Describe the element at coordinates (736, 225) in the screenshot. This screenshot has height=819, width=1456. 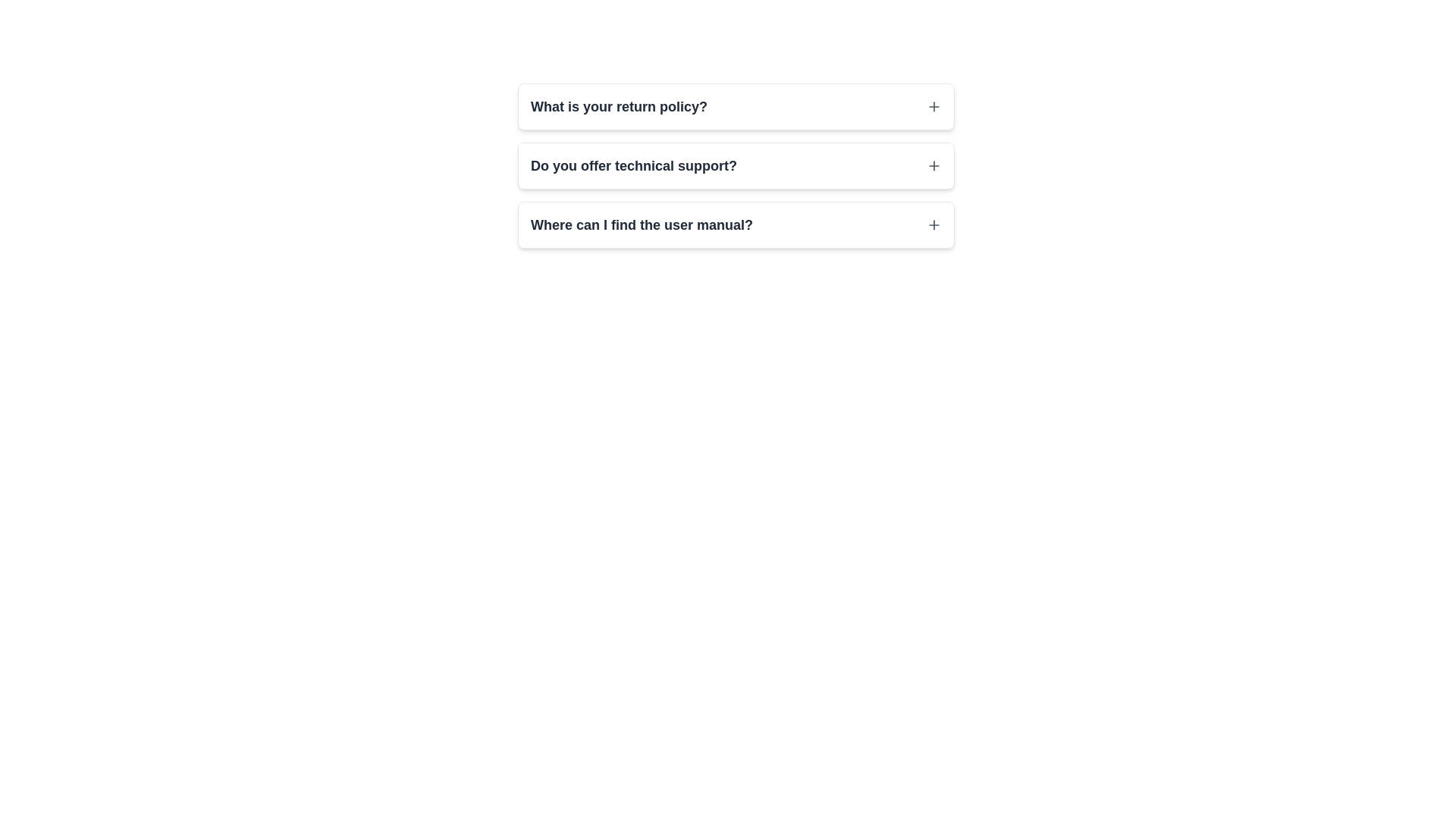
I see `the bottom-most Collapsible question item in the FAQ section` at that location.